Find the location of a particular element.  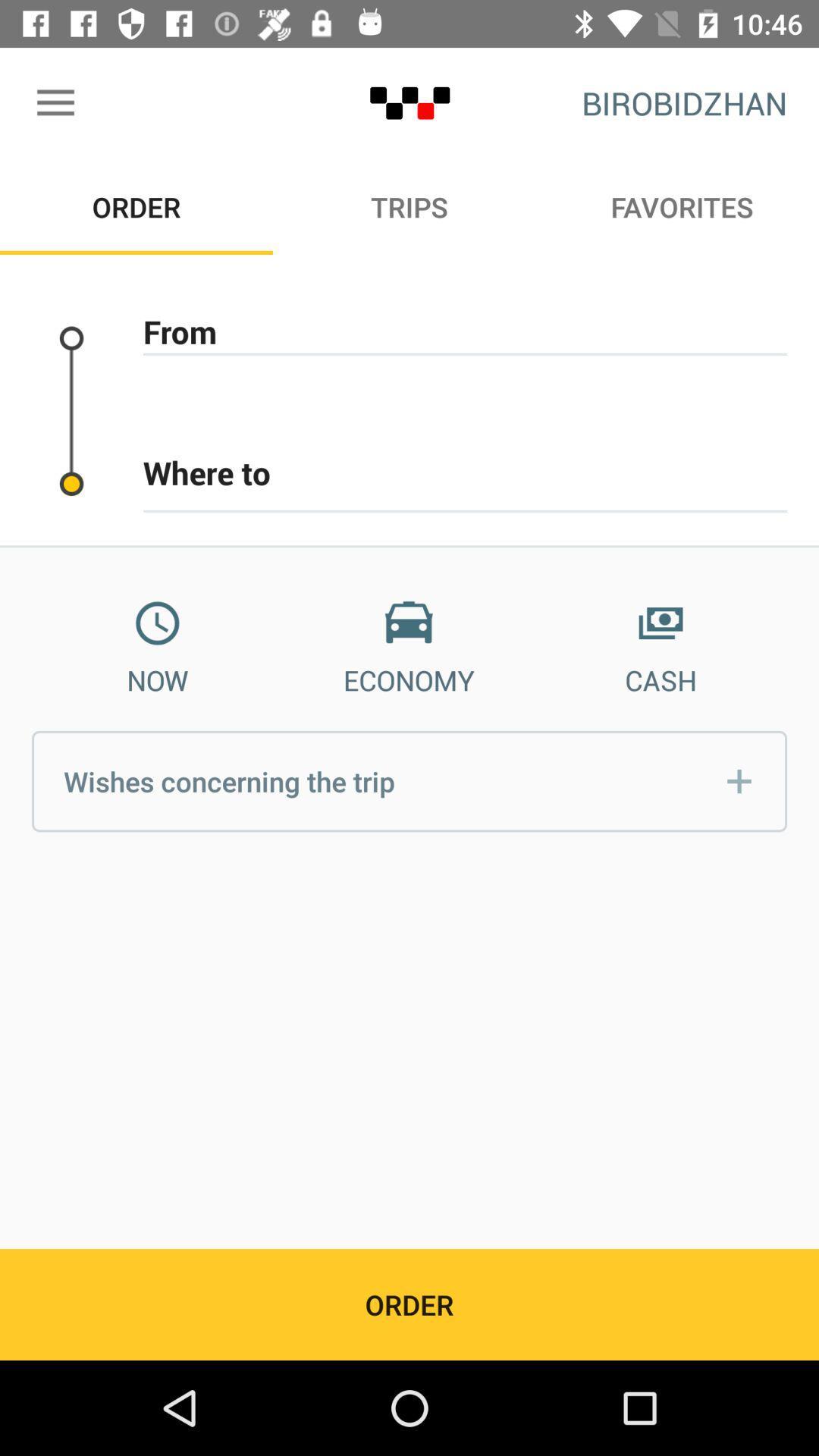

the icon above the favorites icon is located at coordinates (684, 102).